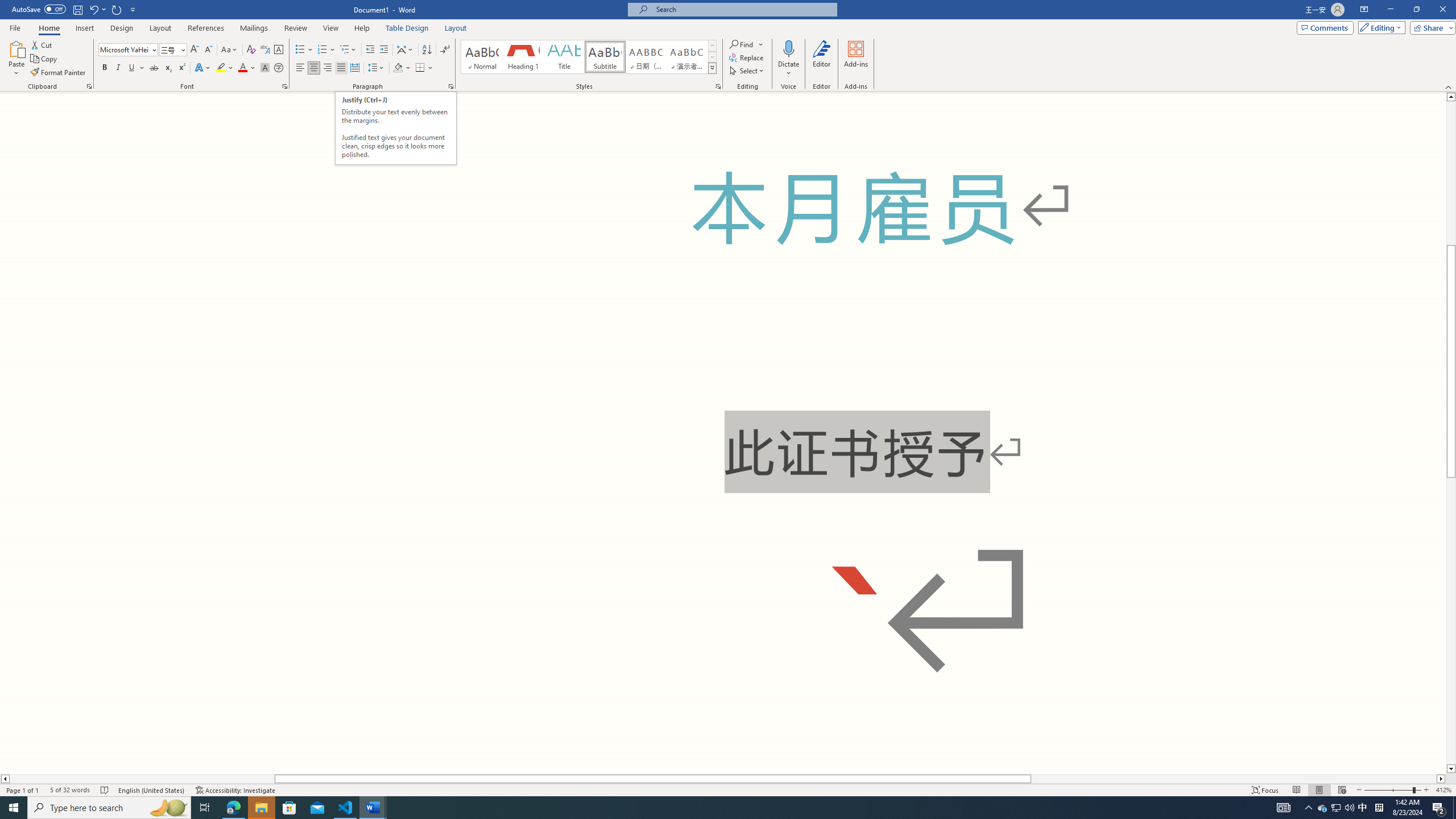  Describe the element at coordinates (264, 49) in the screenshot. I see `'Phonetic Guide...'` at that location.